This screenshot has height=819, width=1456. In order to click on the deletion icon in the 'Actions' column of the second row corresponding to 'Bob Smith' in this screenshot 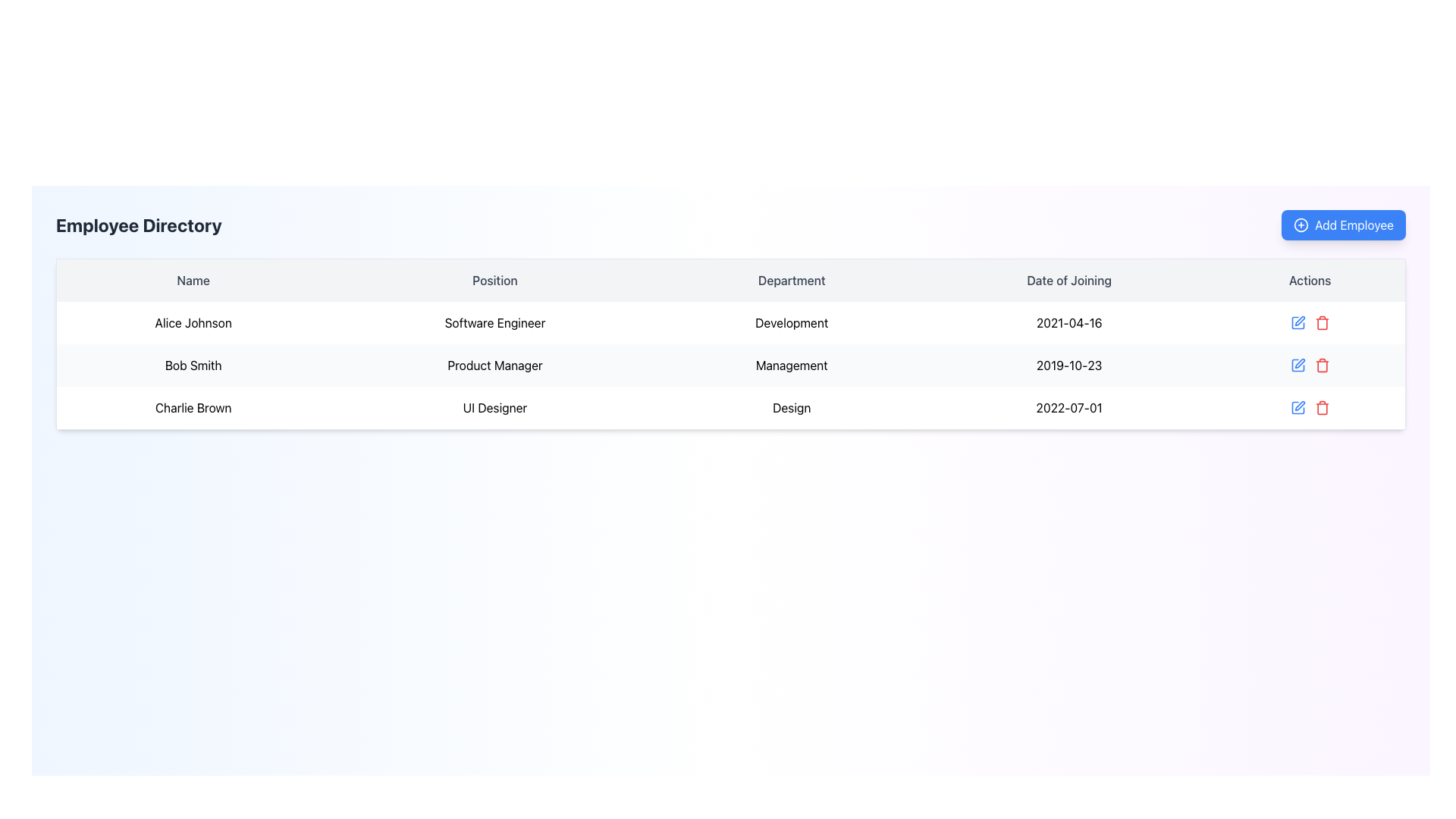, I will do `click(1321, 322)`.